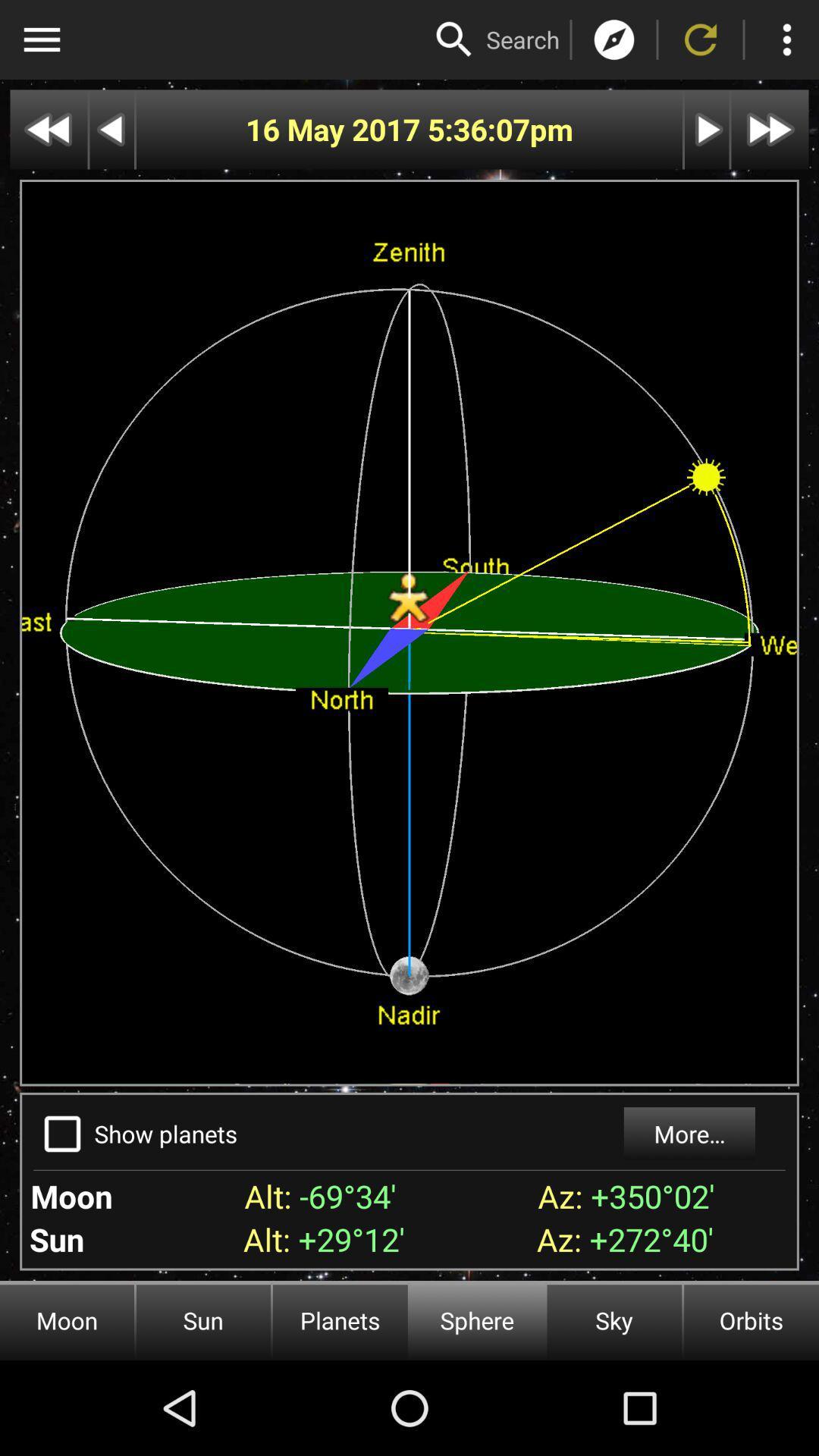 The width and height of the screenshot is (819, 1456). I want to click on the menu icon, so click(41, 39).